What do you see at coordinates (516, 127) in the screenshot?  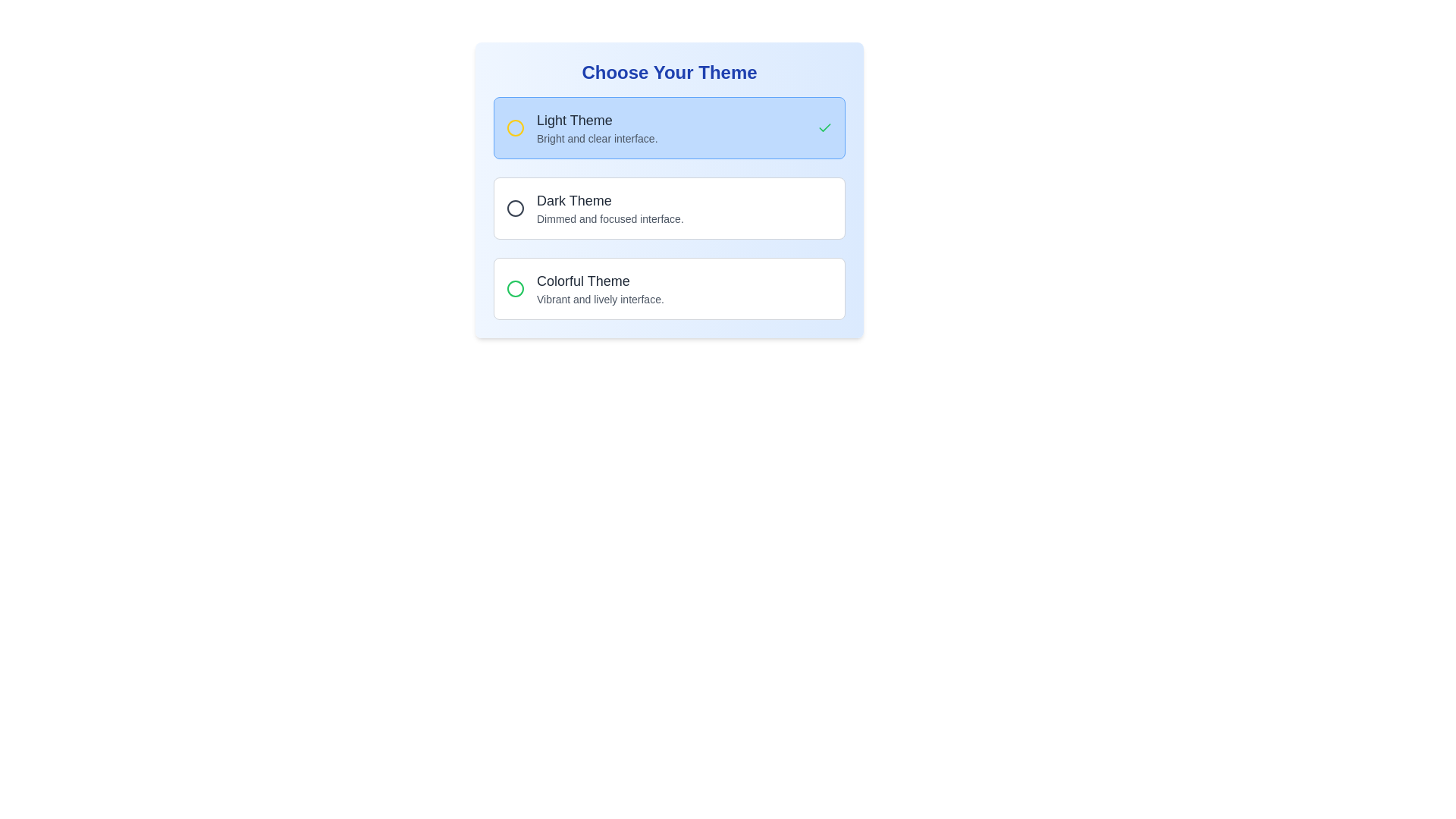 I see `SVG Circle Element representing the radio button for the 'Light Theme' option by using developer tools` at bounding box center [516, 127].